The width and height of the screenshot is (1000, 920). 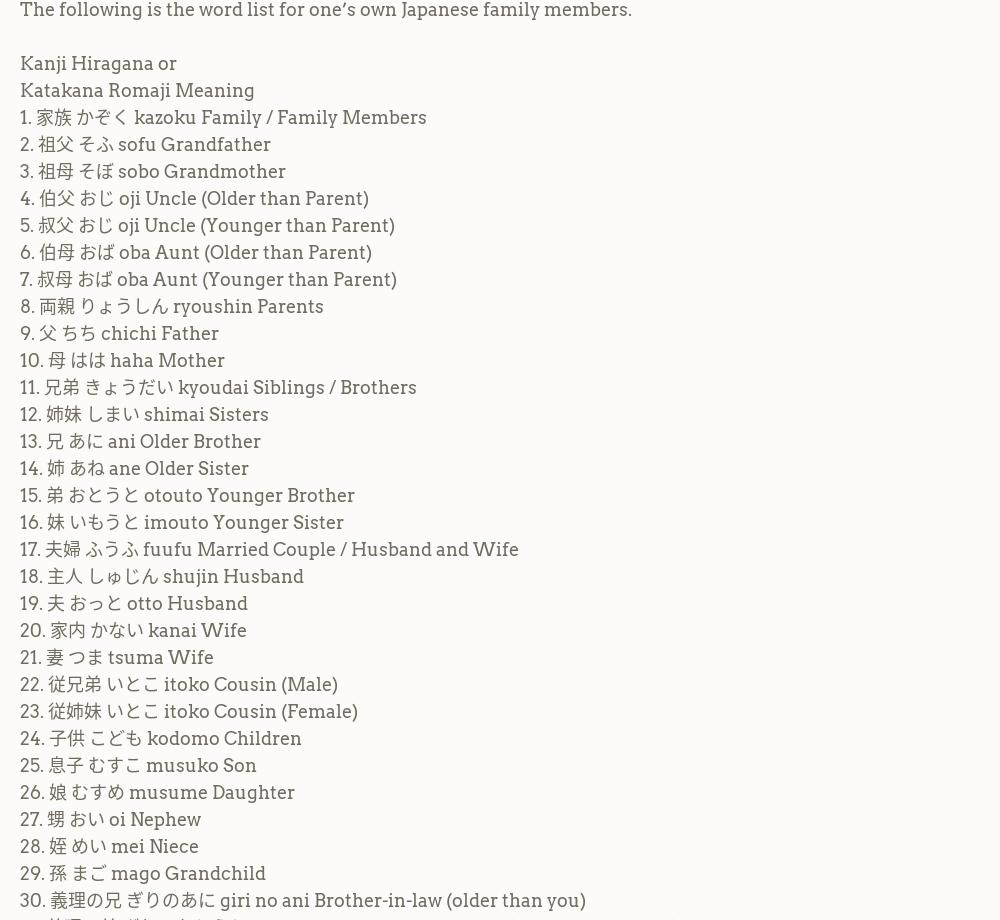 What do you see at coordinates (145, 142) in the screenshot?
I see `'2.	祖父	そふ	sofu	Grandfather'` at bounding box center [145, 142].